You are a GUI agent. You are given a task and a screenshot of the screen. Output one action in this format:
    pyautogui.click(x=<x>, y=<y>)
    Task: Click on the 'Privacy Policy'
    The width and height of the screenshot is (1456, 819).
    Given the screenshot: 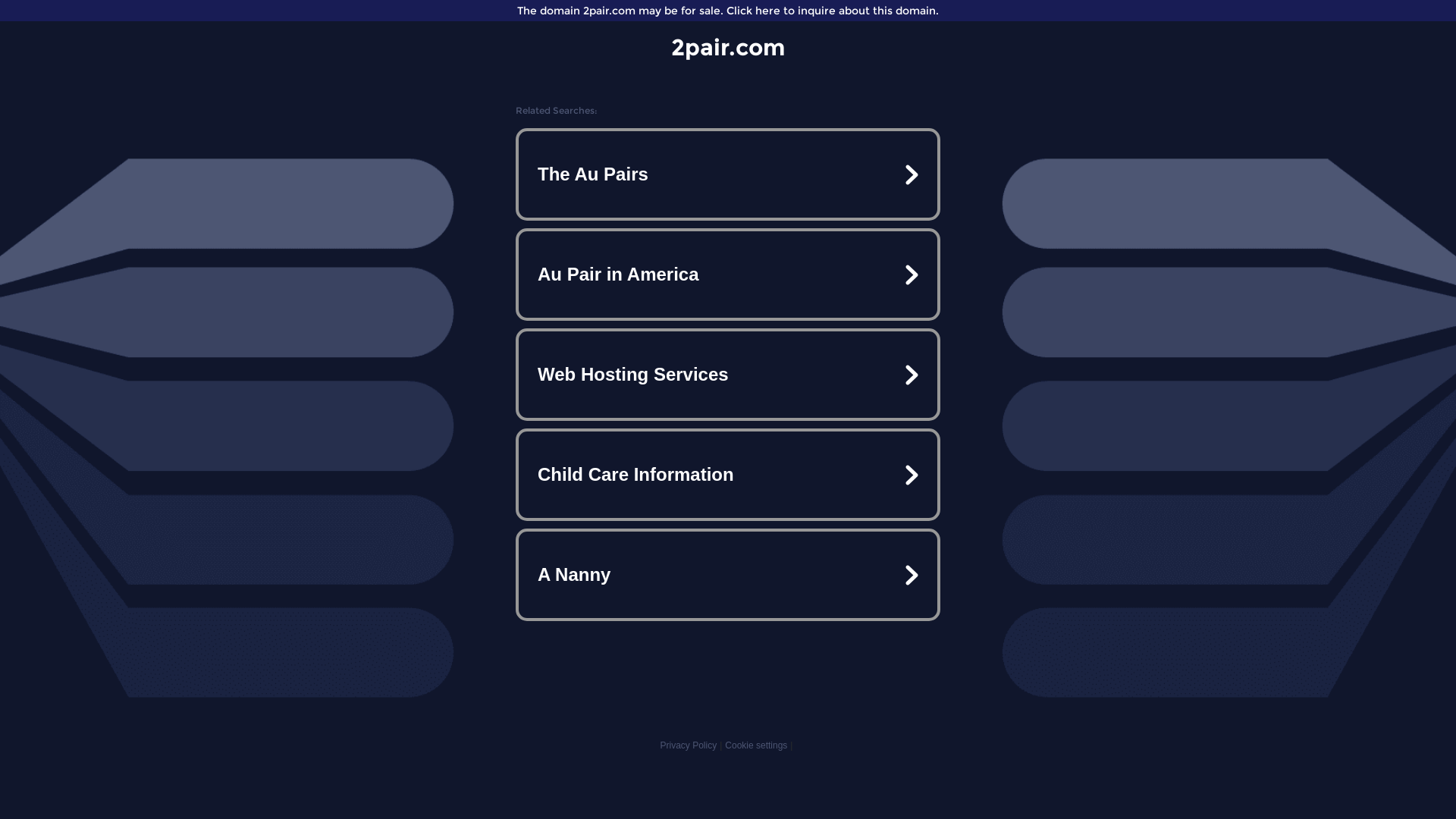 What is the action you would take?
    pyautogui.click(x=687, y=745)
    